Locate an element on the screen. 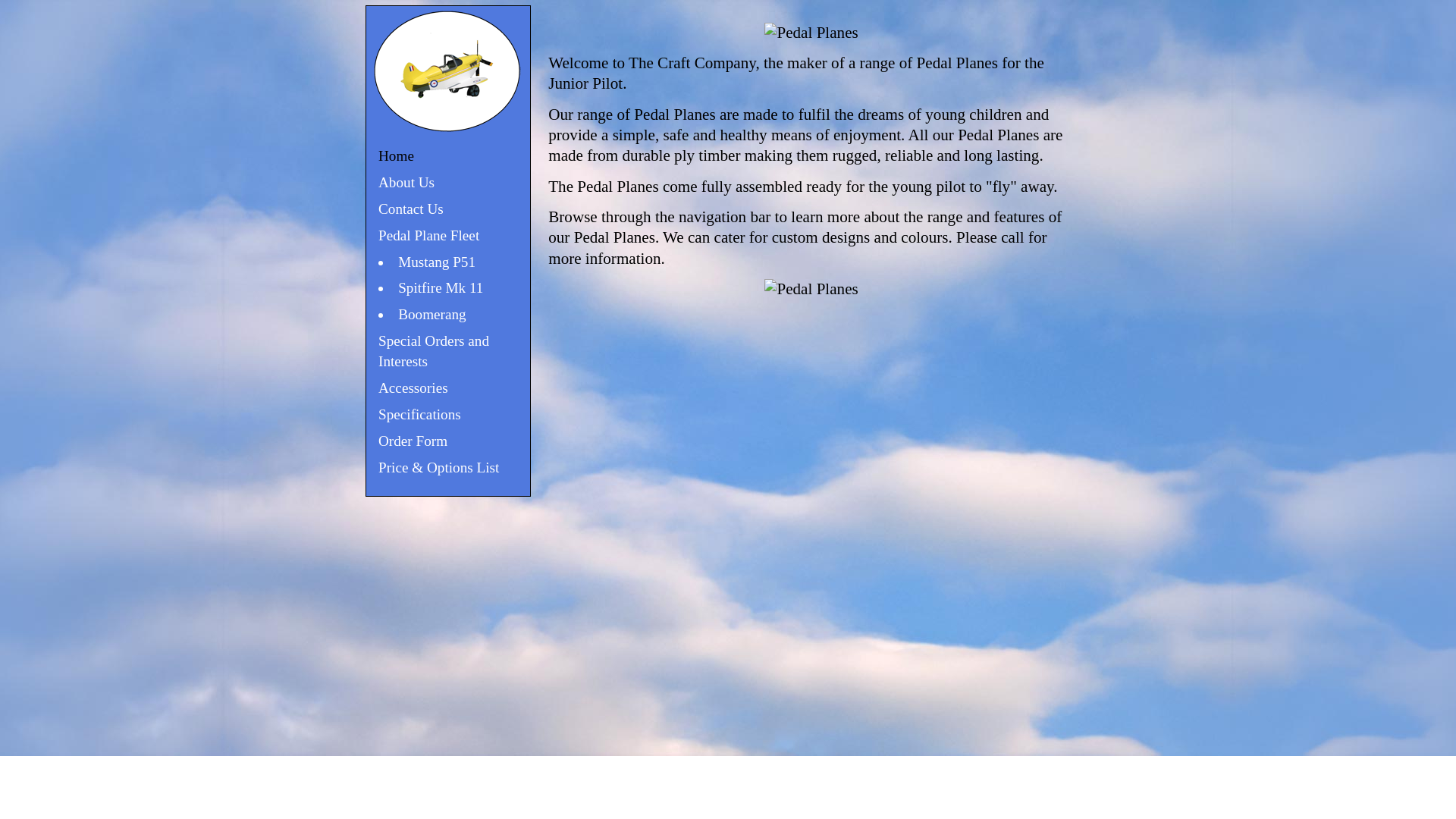 This screenshot has height=819, width=1456. 'Special Orders and Interests' is located at coordinates (432, 350).